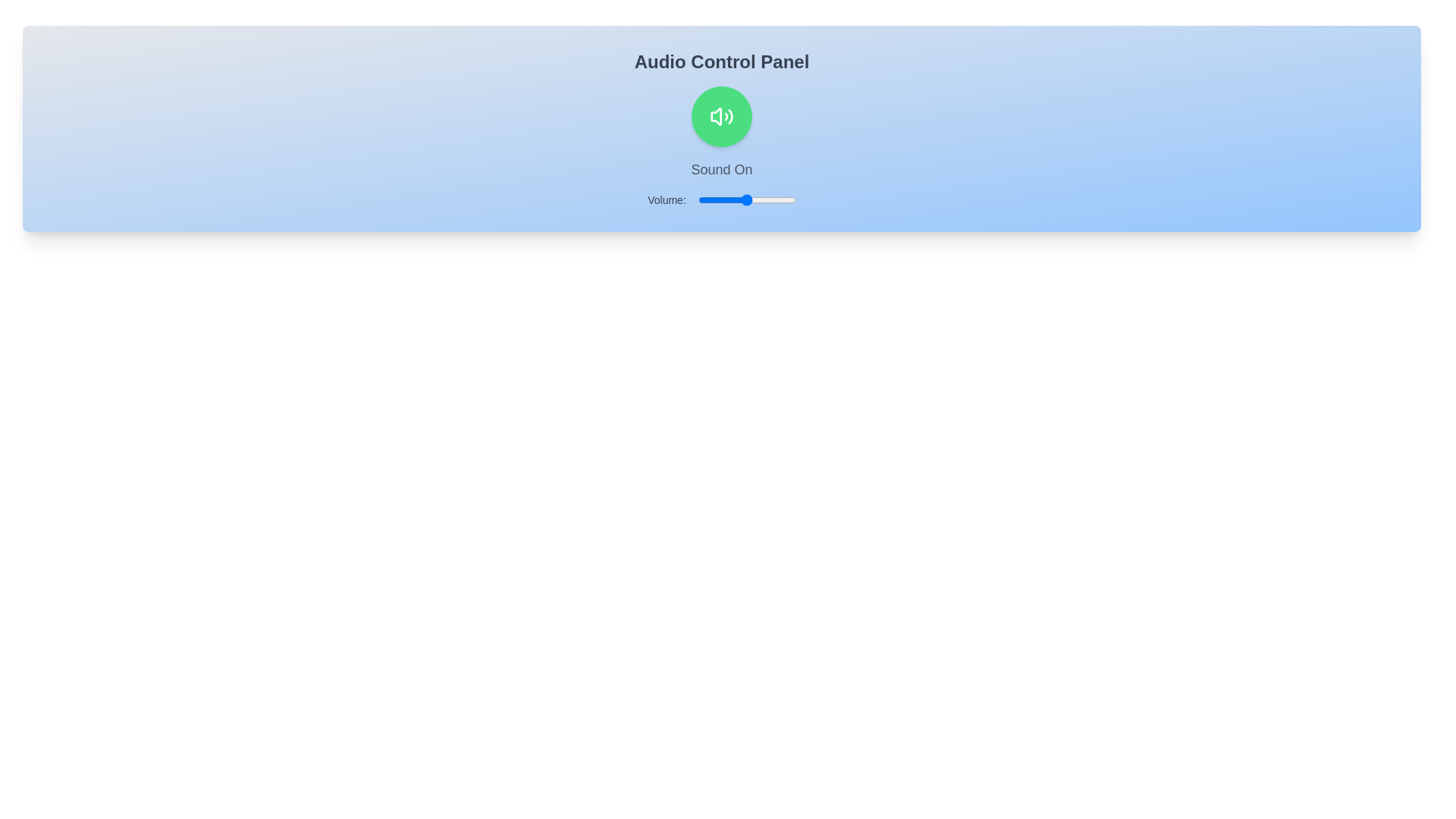 The image size is (1456, 819). What do you see at coordinates (751, 199) in the screenshot?
I see `the volume slider to set the volume to 54%` at bounding box center [751, 199].